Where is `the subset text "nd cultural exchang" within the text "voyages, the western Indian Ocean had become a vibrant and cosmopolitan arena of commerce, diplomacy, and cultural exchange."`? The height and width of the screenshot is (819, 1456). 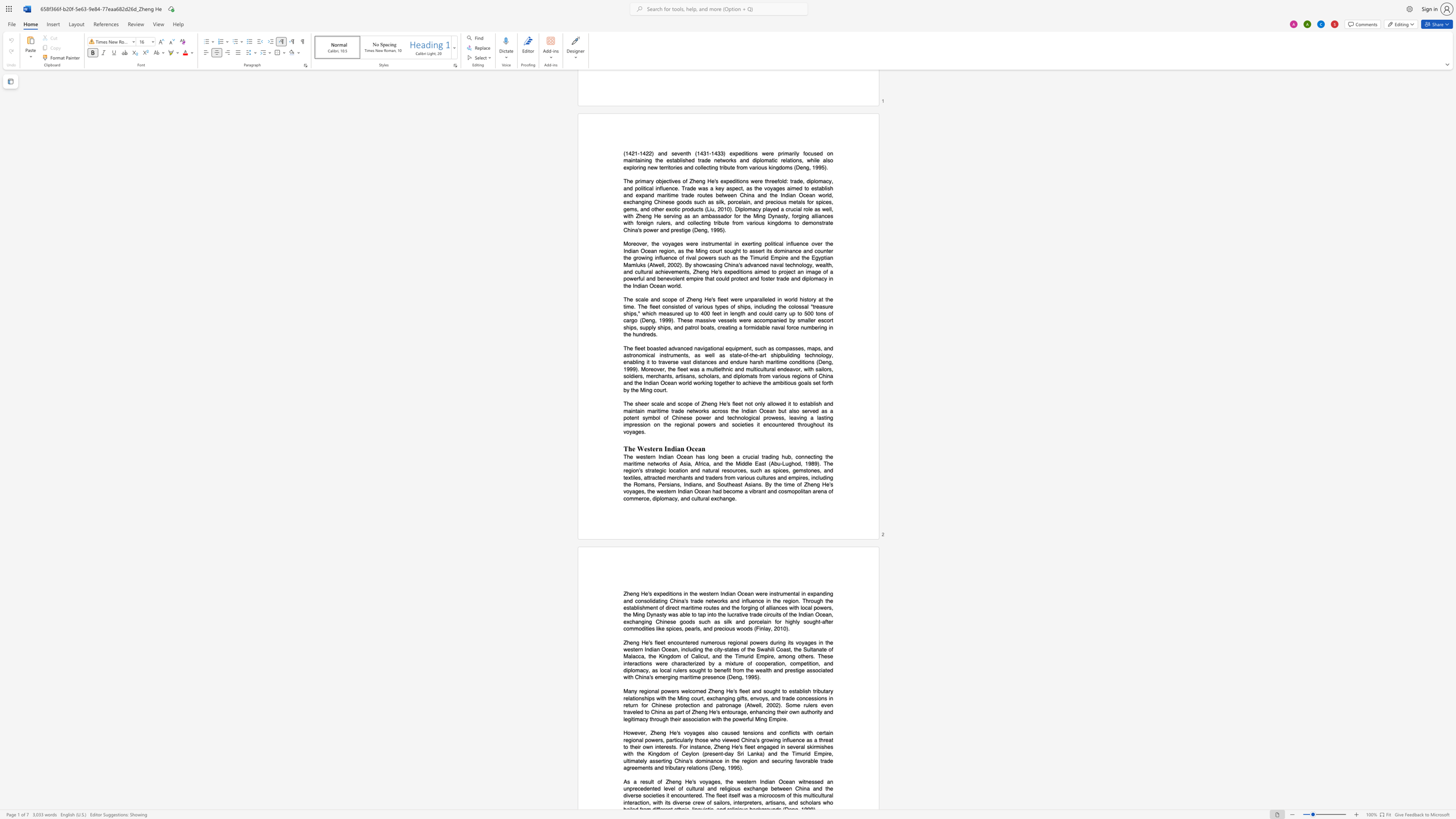
the subset text "nd cultural exchang" within the text "voyages, the western Indian Ocean had become a vibrant and cosmopolitan arena of commerce, diplomacy, and cultural exchange." is located at coordinates (684, 498).